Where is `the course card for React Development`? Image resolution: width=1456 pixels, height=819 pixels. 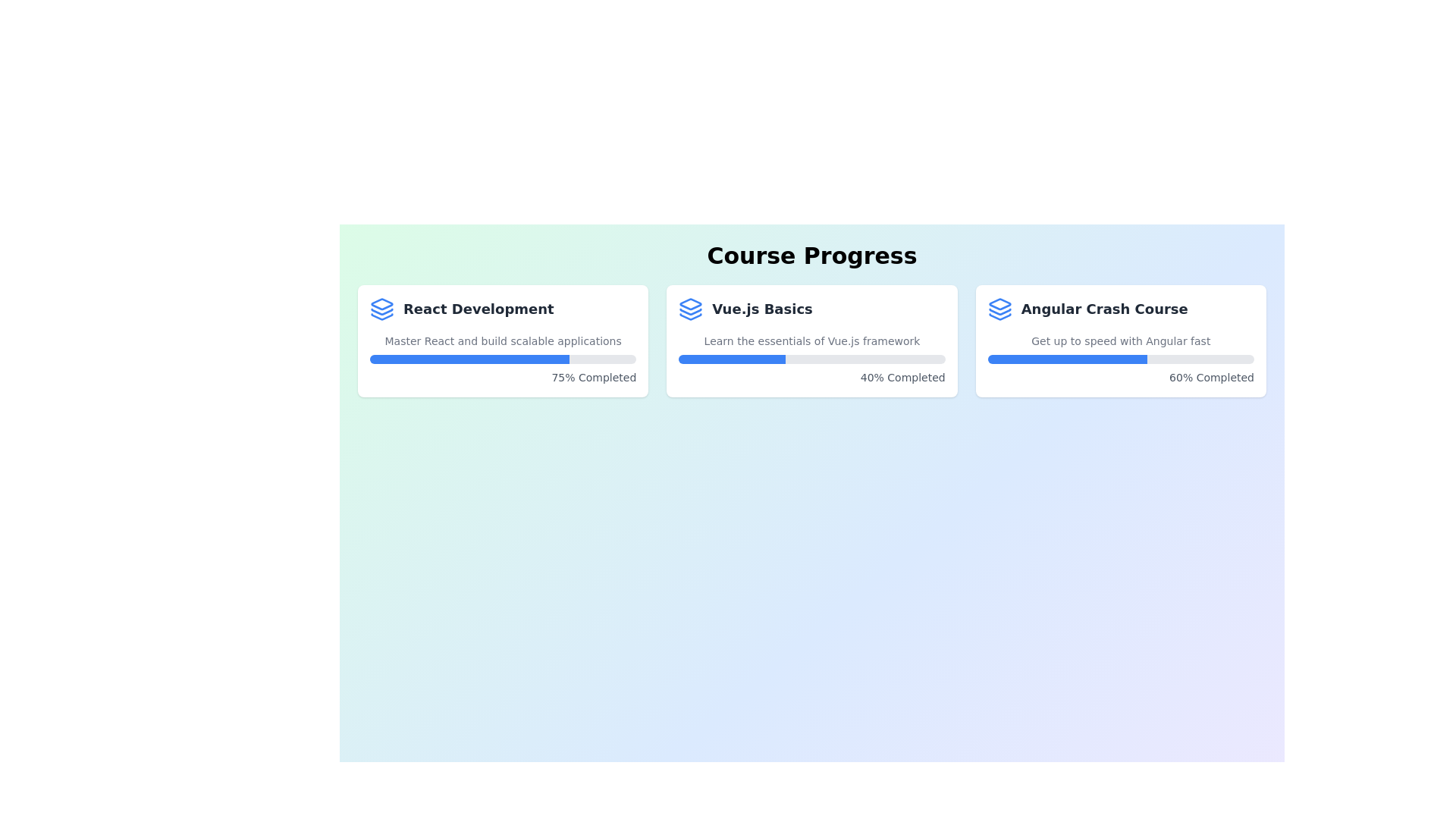
the course card for React Development is located at coordinates (503, 341).